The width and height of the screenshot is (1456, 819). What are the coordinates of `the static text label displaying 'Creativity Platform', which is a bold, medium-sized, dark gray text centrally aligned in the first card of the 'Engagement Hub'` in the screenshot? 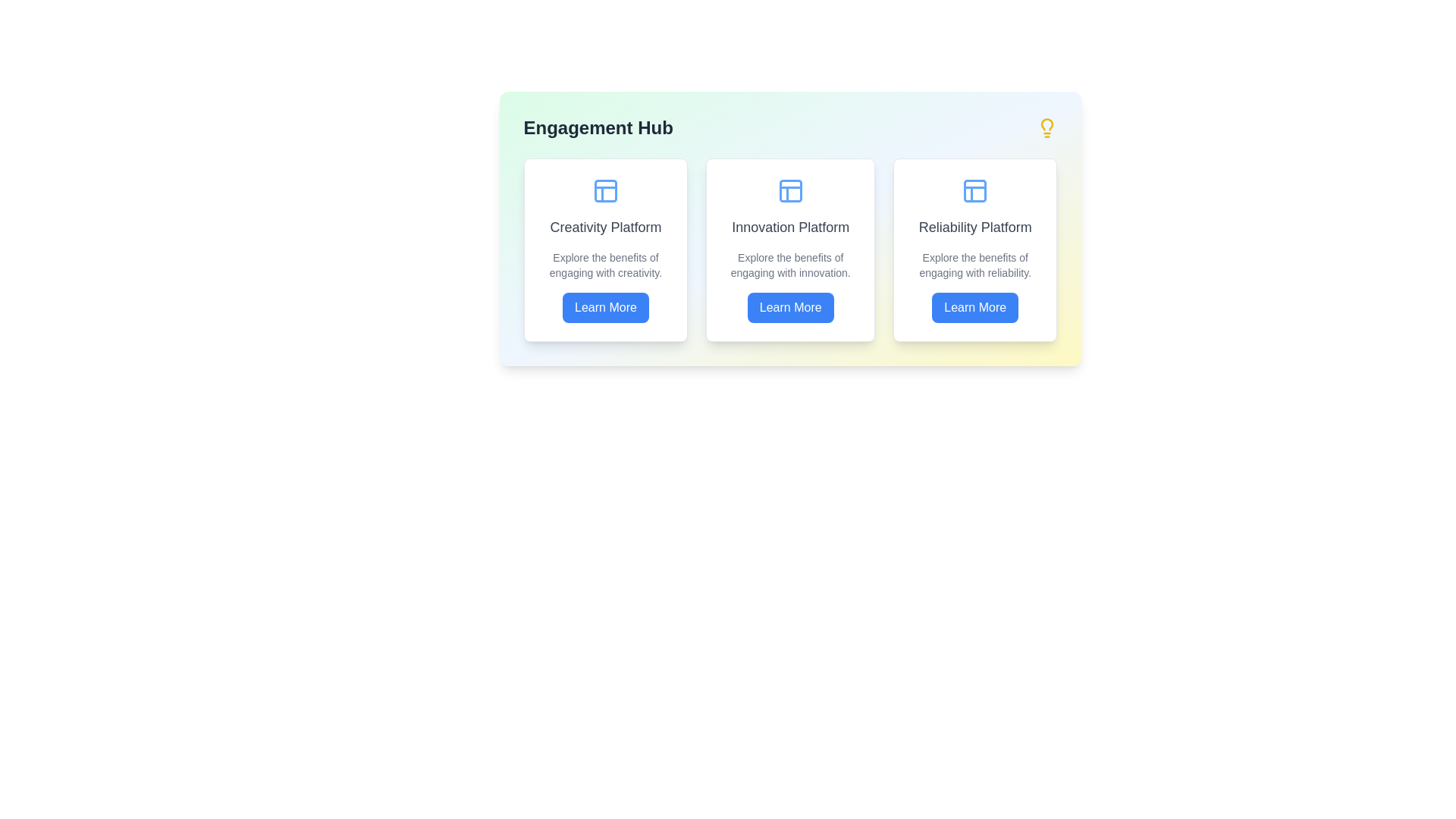 It's located at (604, 227).